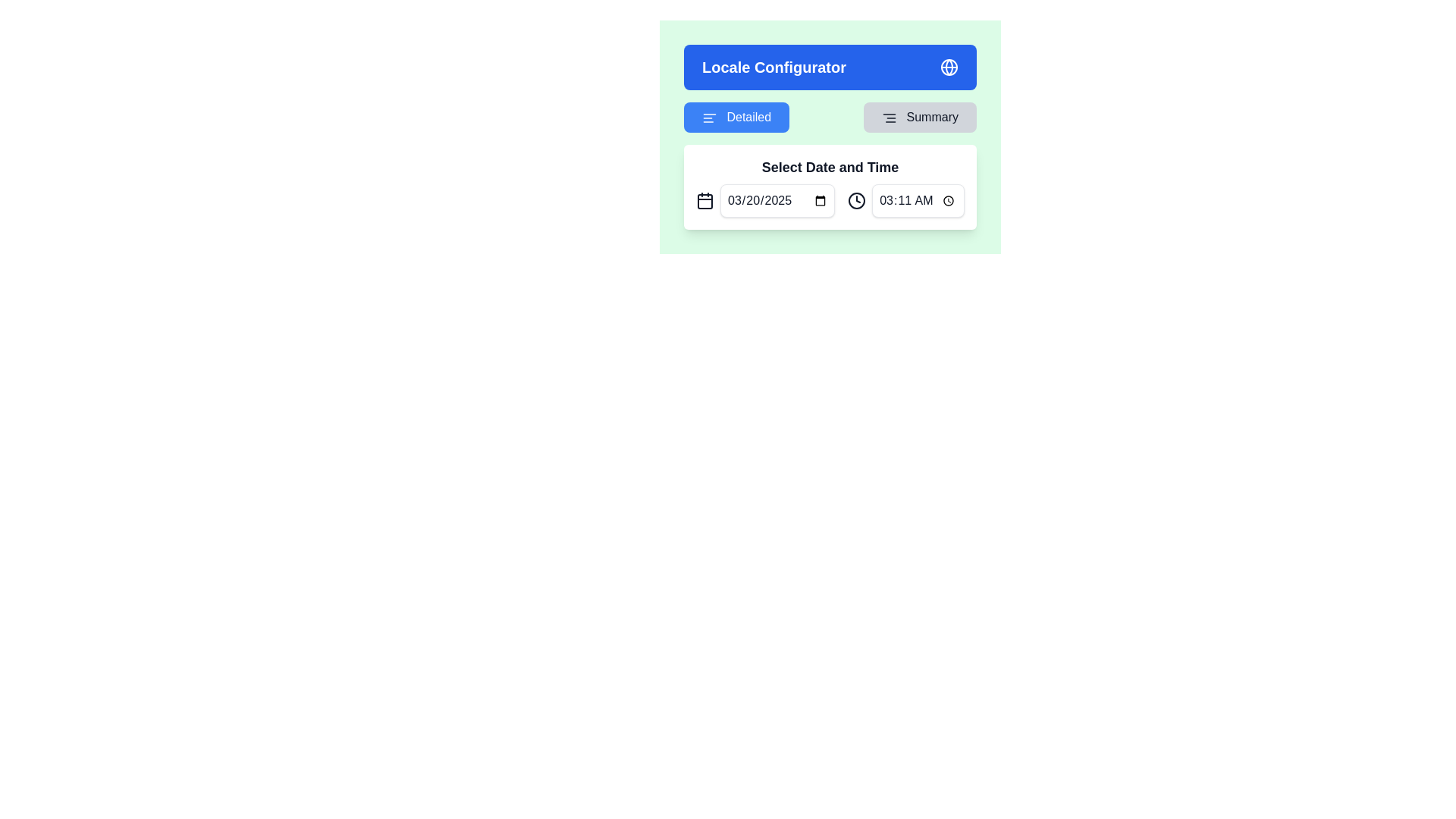 The width and height of the screenshot is (1456, 819). What do you see at coordinates (829, 167) in the screenshot?
I see `the bold text label 'Select Date and Time' located under the 'Locale Configurator' section, which is positioned above the date and time input fields` at bounding box center [829, 167].